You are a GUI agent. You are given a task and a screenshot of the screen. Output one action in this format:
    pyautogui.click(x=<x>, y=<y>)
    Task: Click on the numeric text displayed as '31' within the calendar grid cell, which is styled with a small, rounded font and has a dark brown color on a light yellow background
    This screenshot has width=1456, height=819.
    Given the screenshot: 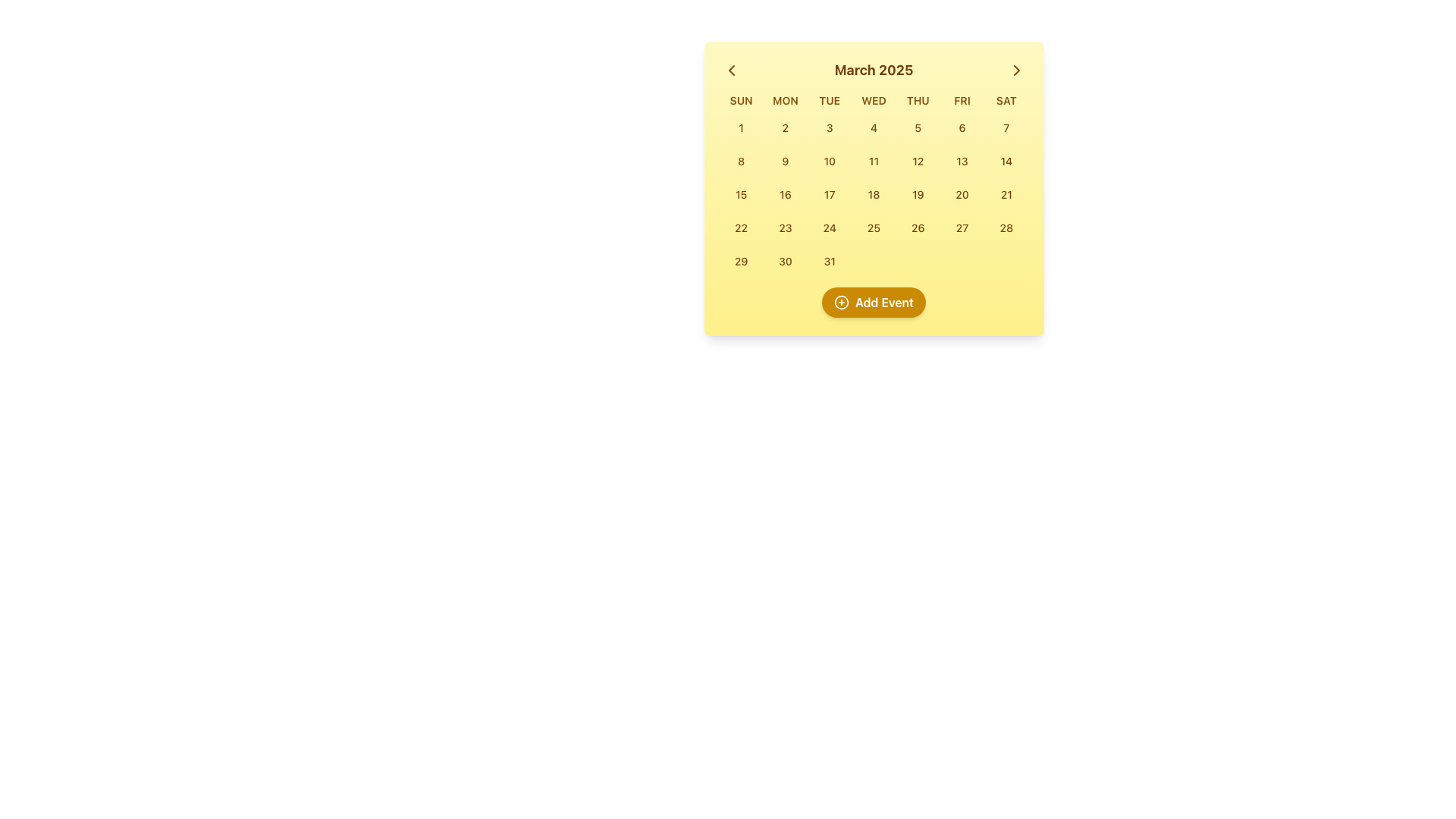 What is the action you would take?
    pyautogui.click(x=829, y=260)
    